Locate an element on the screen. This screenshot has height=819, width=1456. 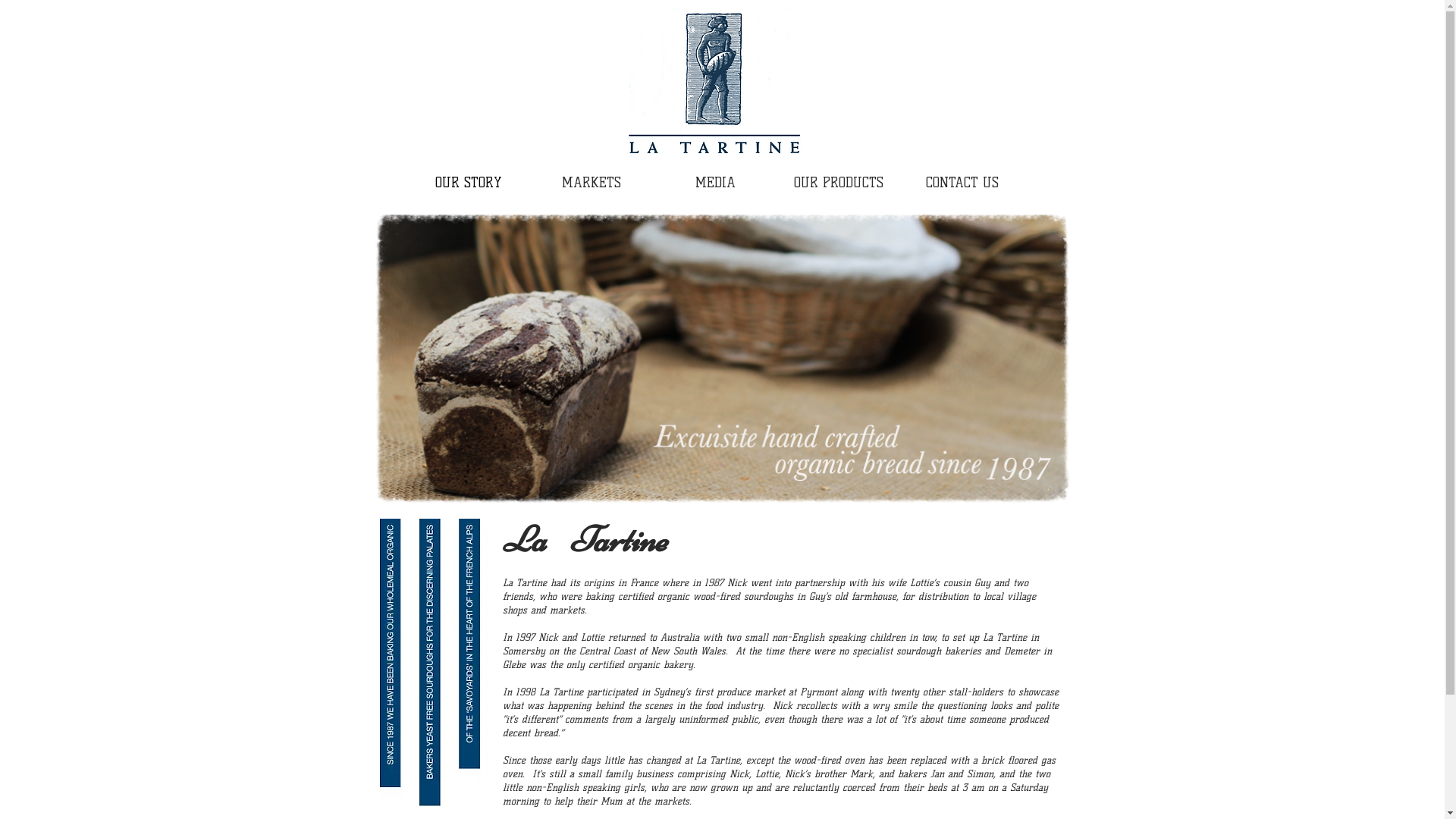
'OUR PRODUCTS' is located at coordinates (837, 182).